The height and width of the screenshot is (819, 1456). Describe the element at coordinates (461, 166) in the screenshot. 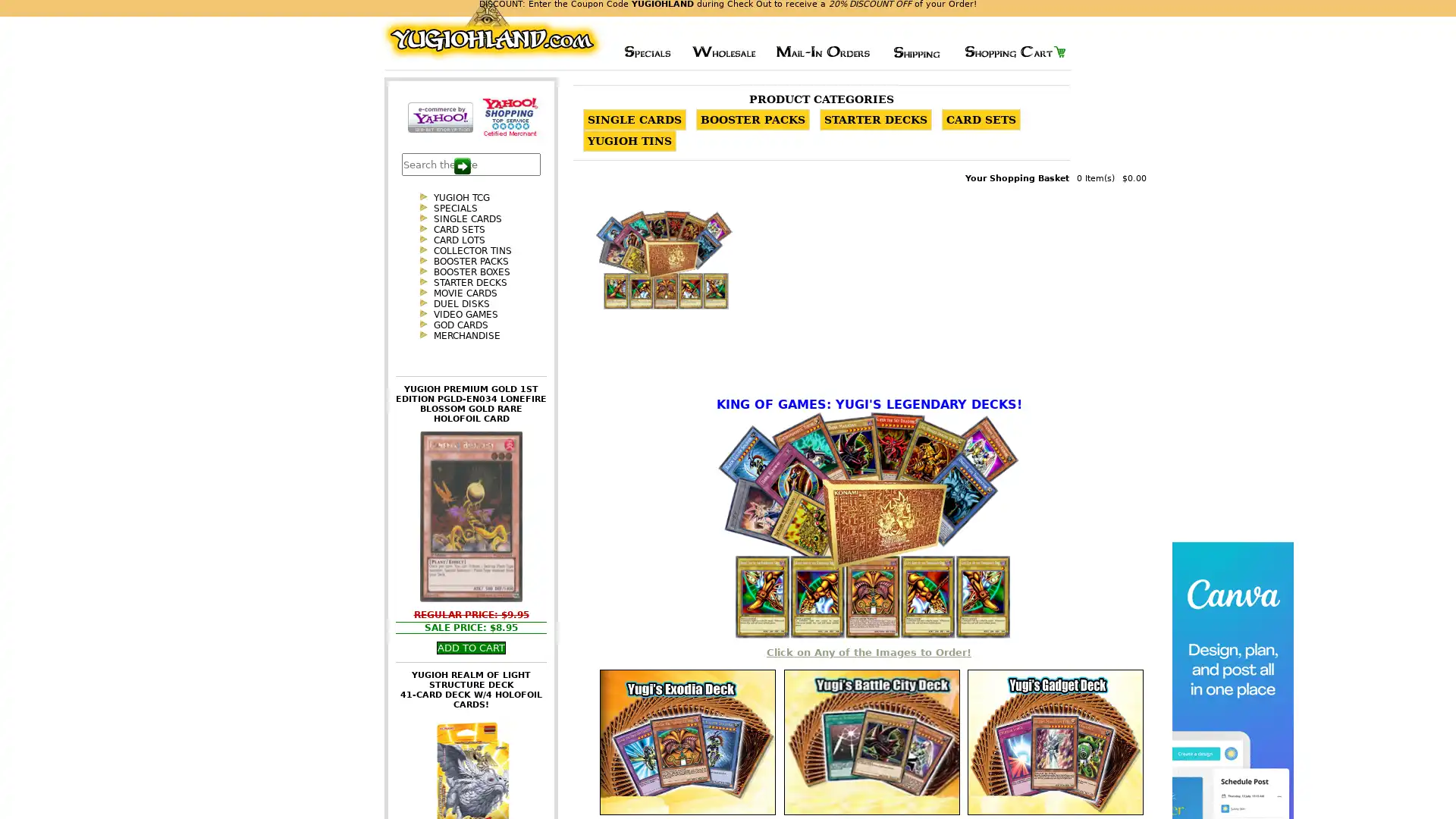

I see `Search` at that location.